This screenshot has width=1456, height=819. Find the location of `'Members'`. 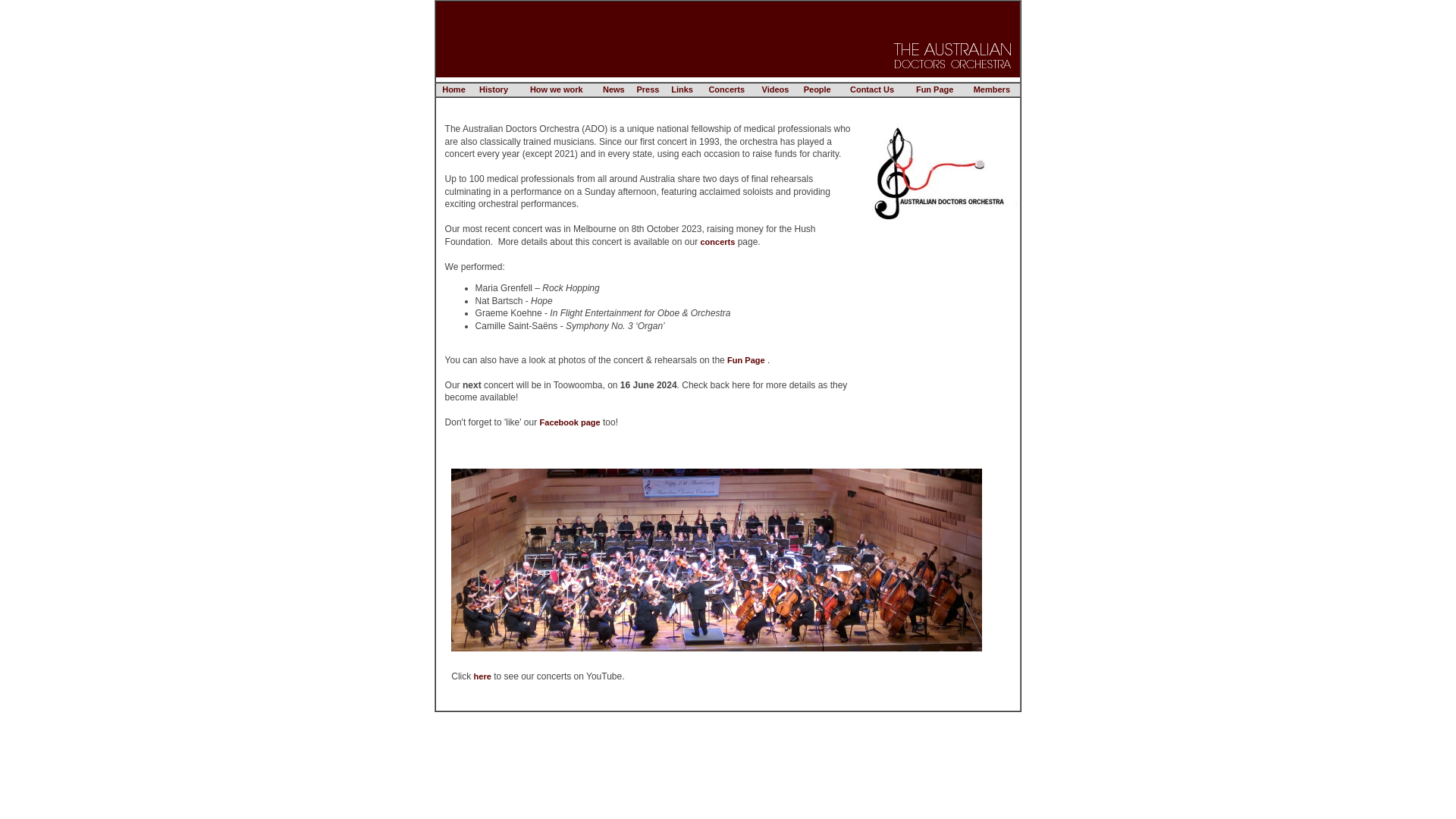

'Members' is located at coordinates (991, 89).